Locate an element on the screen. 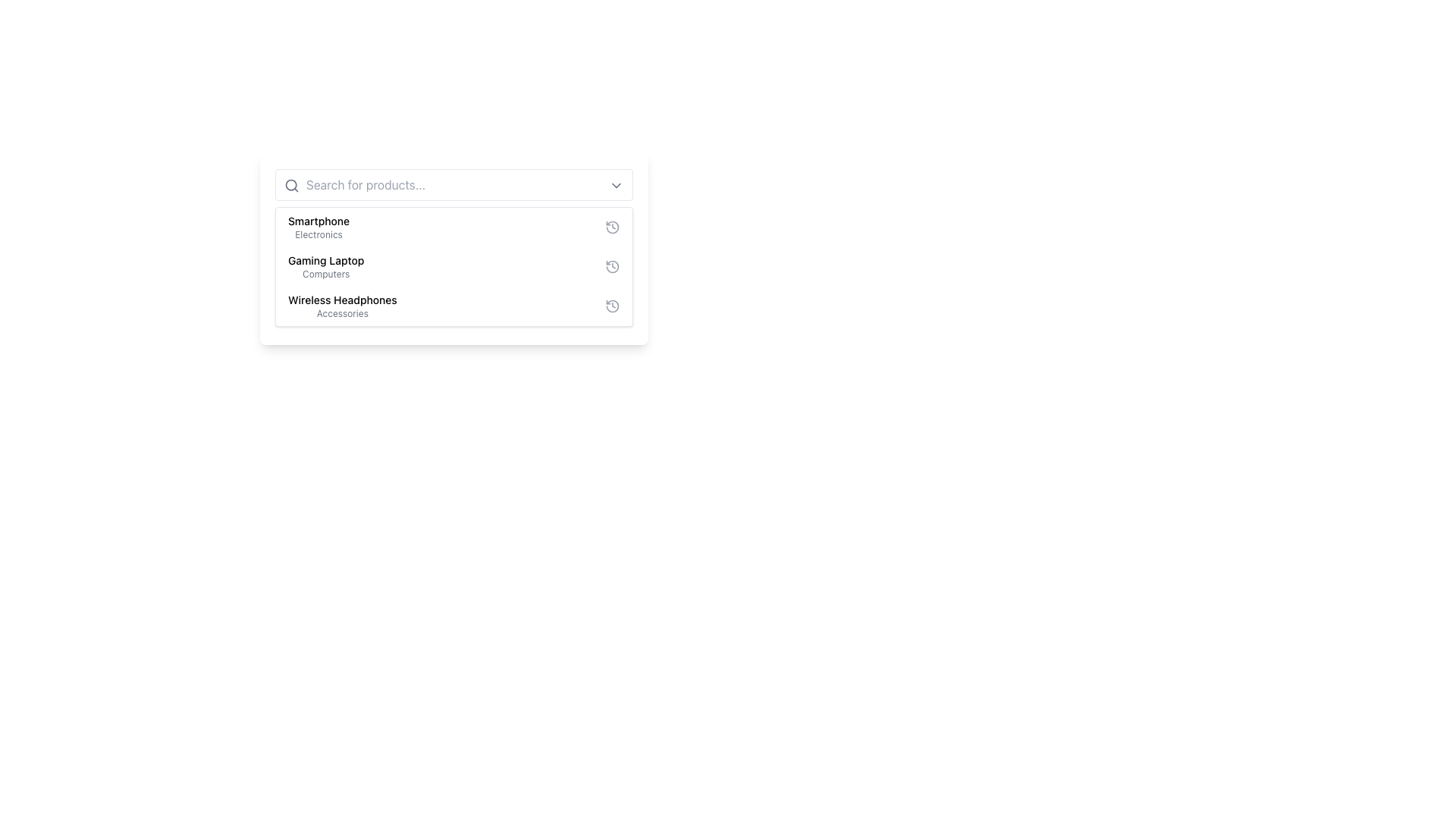  the magnifying glass icon located on the left side of the text input field within the search bar at the top section of the panel is located at coordinates (291, 185).